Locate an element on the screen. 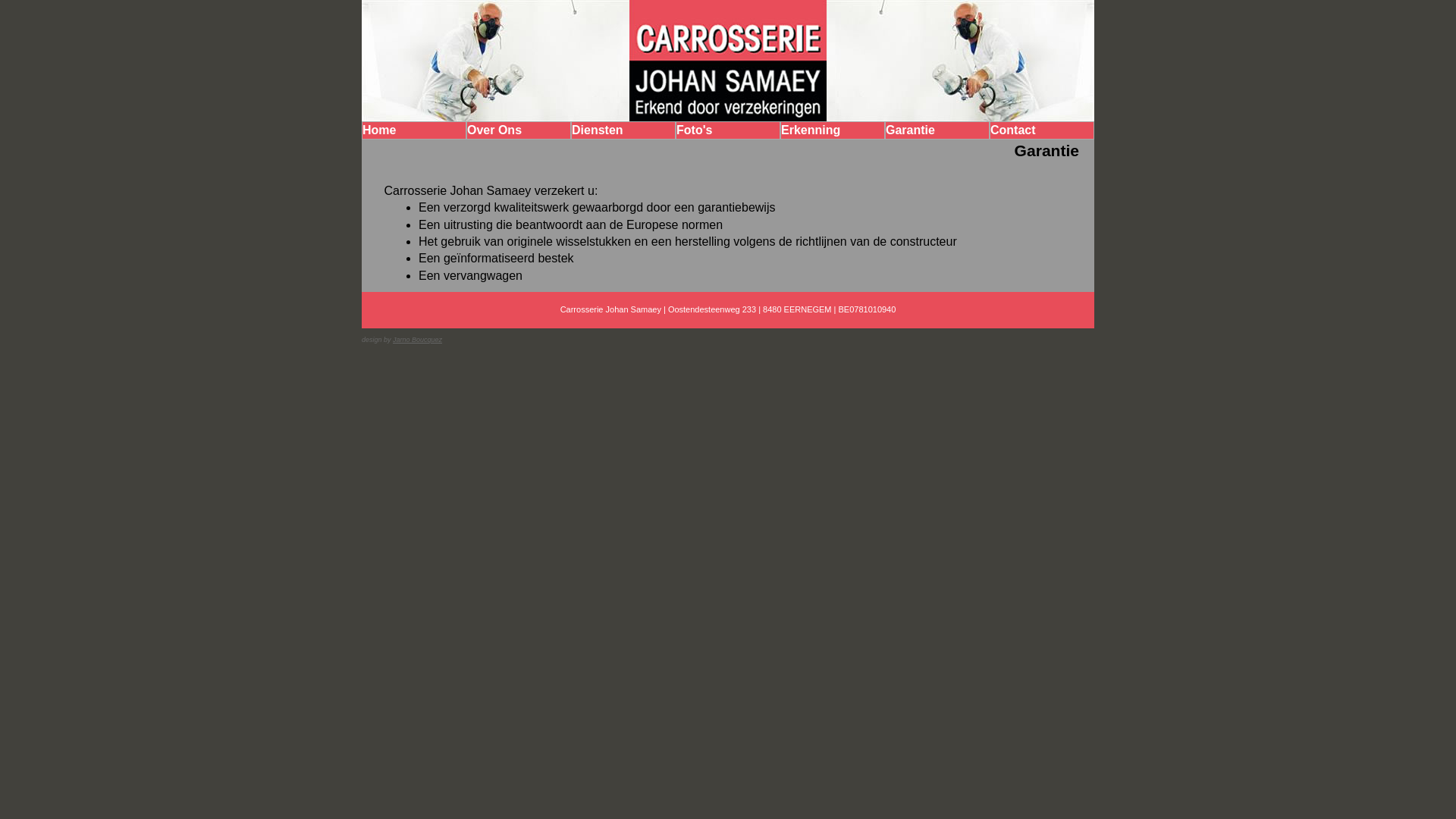 The image size is (1456, 819). 'Foto's' is located at coordinates (728, 130).